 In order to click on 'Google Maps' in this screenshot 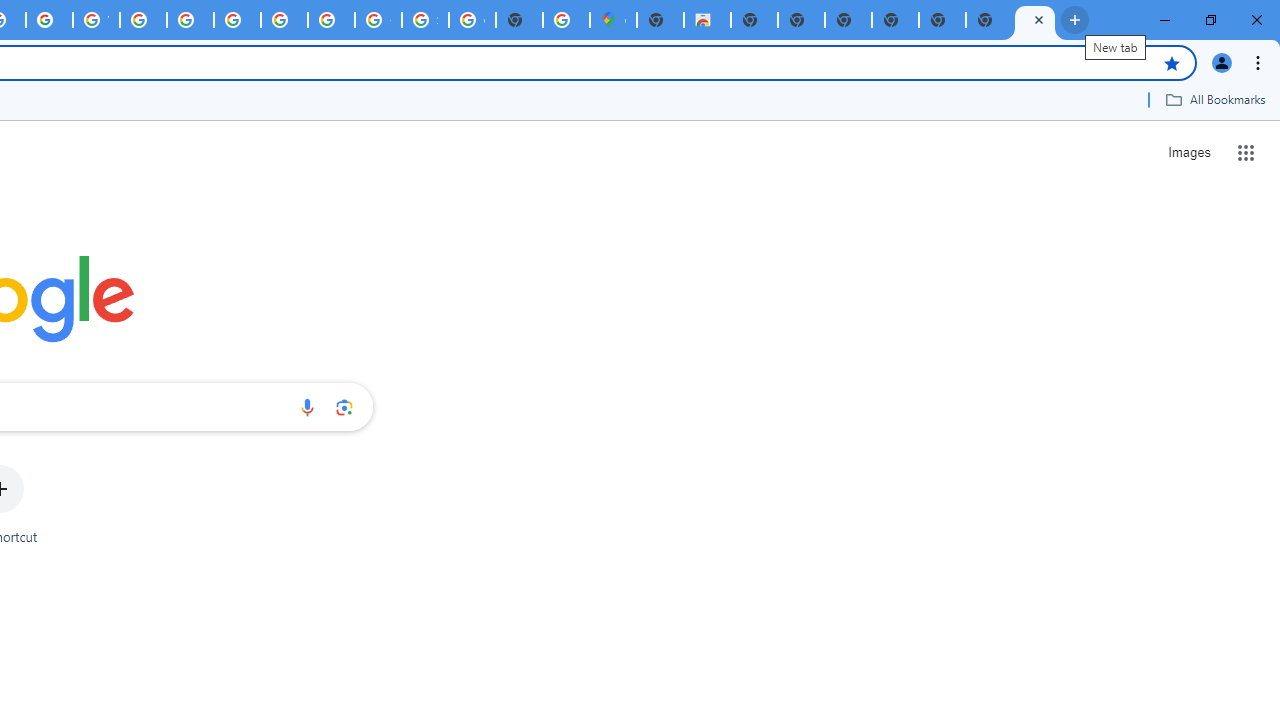, I will do `click(612, 20)`.